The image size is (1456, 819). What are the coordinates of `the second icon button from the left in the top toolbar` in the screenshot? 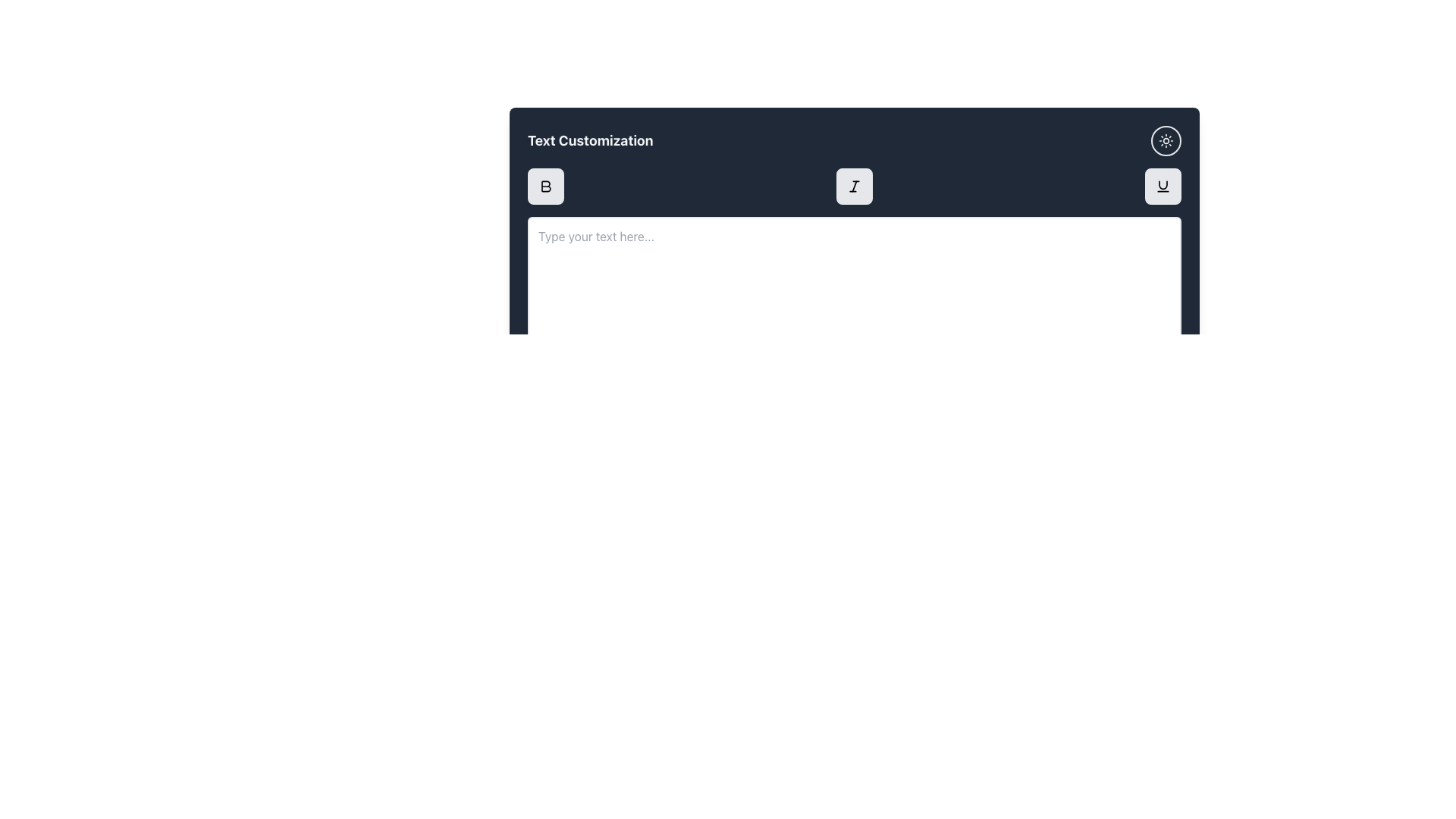 It's located at (855, 186).